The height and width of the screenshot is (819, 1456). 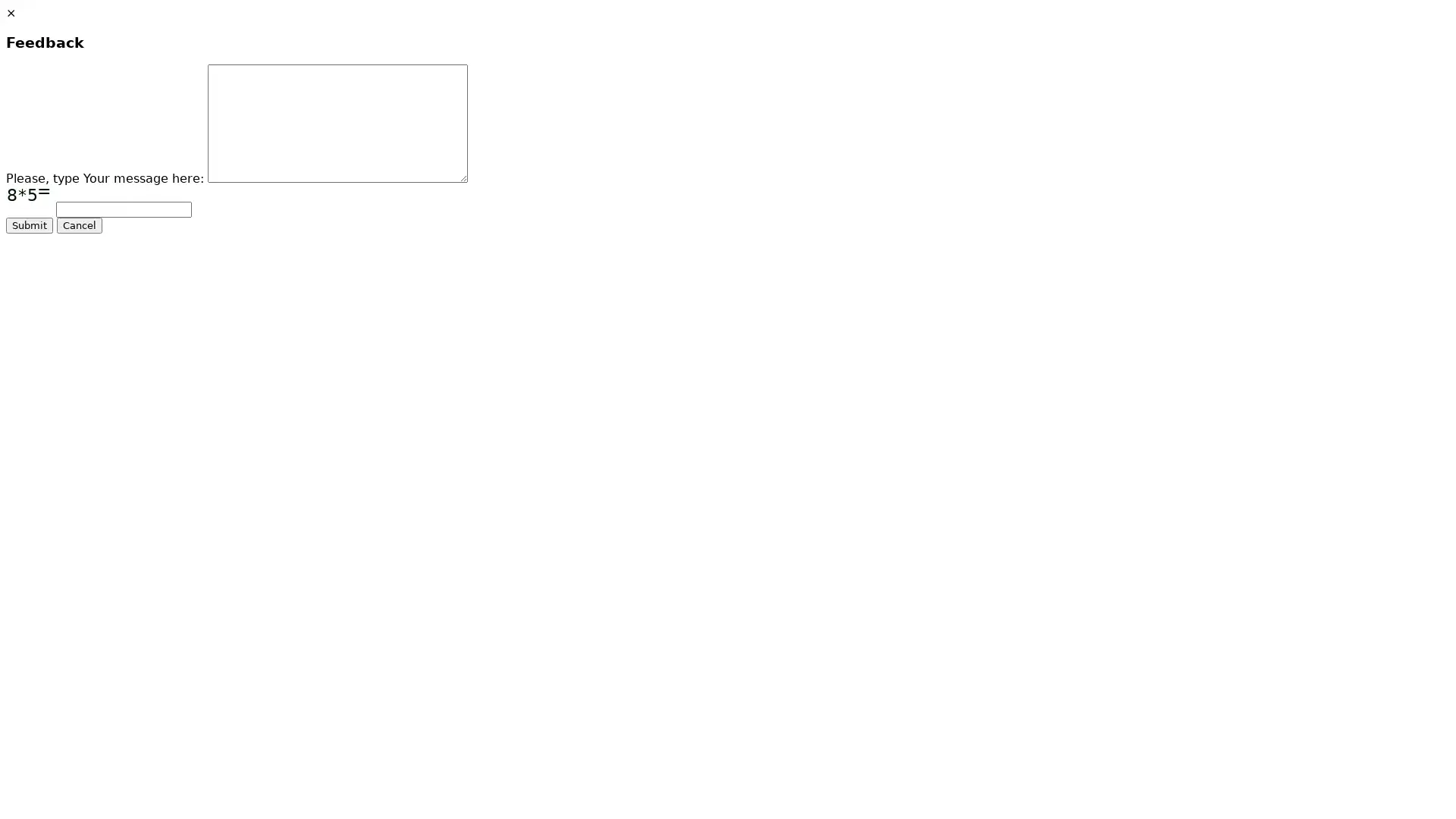 What do you see at coordinates (79, 225) in the screenshot?
I see `Cancel` at bounding box center [79, 225].